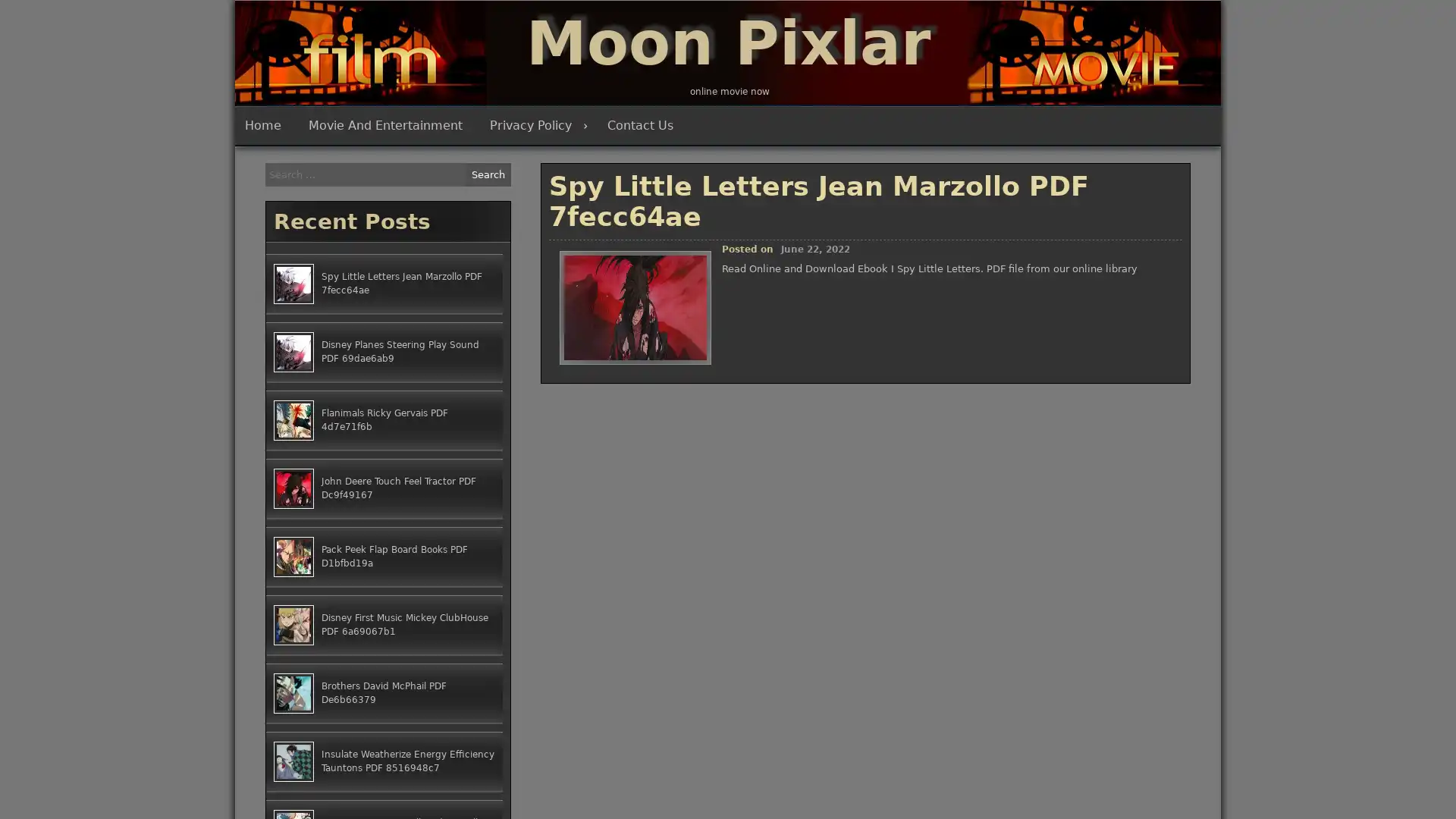 The height and width of the screenshot is (819, 1456). Describe the element at coordinates (488, 174) in the screenshot. I see `Search` at that location.